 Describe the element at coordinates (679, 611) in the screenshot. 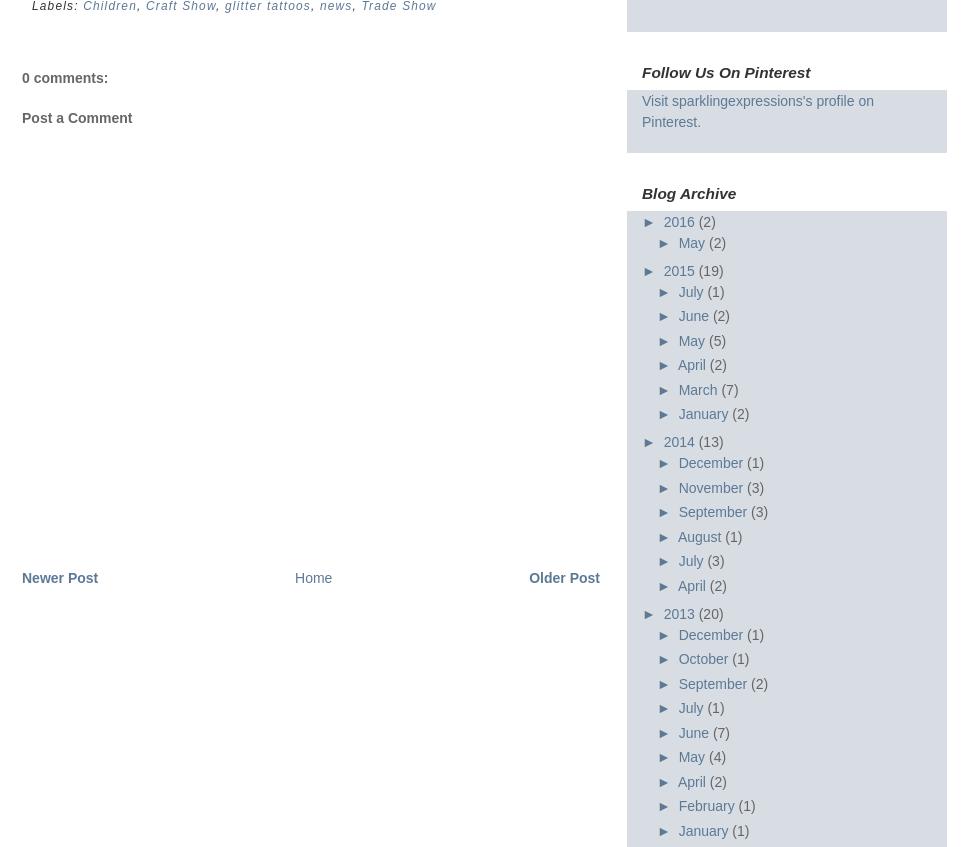

I see `'2013'` at that location.